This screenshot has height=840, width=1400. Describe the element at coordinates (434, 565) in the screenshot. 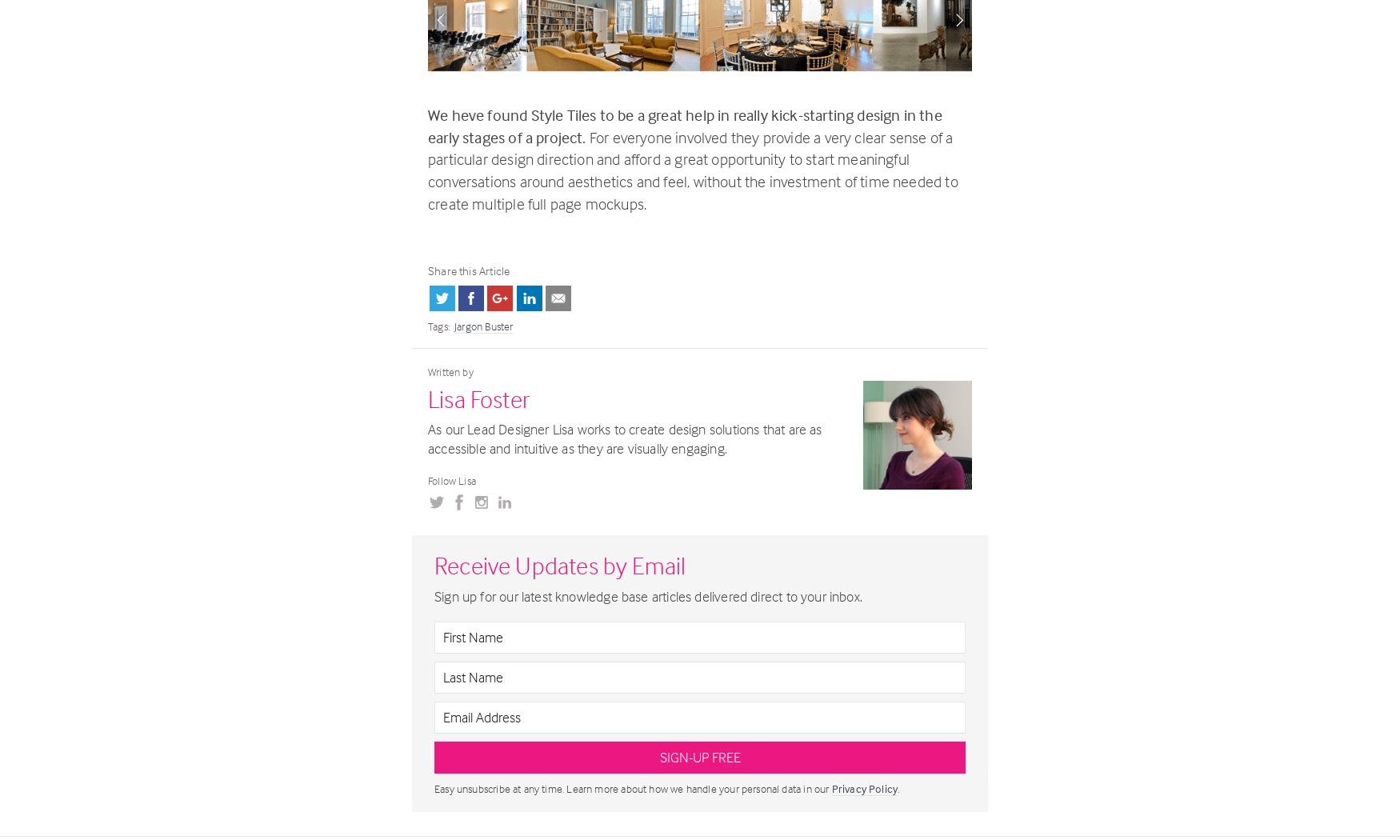

I see `'Receive Updates by Email'` at that location.